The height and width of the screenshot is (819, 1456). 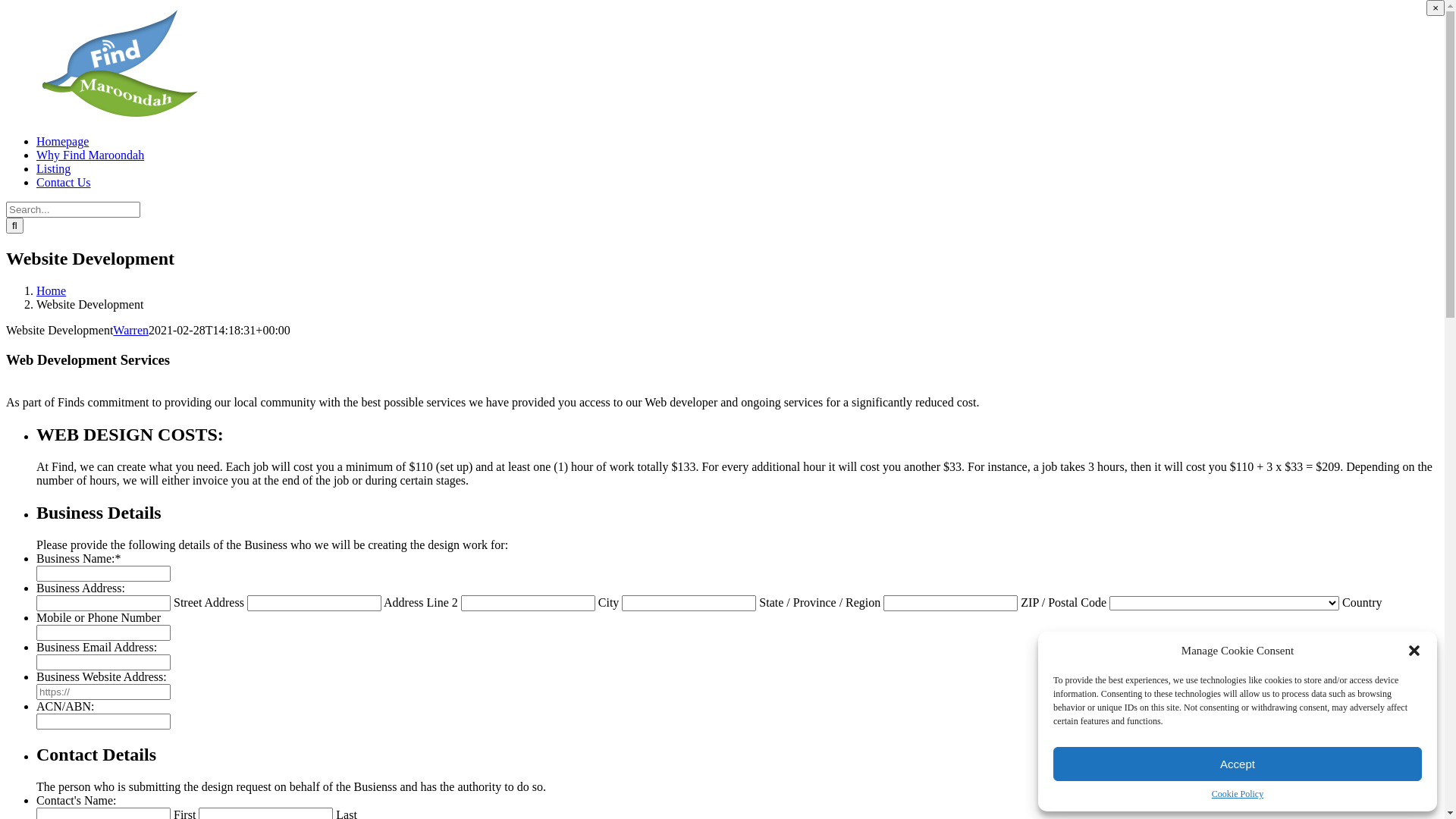 What do you see at coordinates (1238, 764) in the screenshot?
I see `'Accept'` at bounding box center [1238, 764].